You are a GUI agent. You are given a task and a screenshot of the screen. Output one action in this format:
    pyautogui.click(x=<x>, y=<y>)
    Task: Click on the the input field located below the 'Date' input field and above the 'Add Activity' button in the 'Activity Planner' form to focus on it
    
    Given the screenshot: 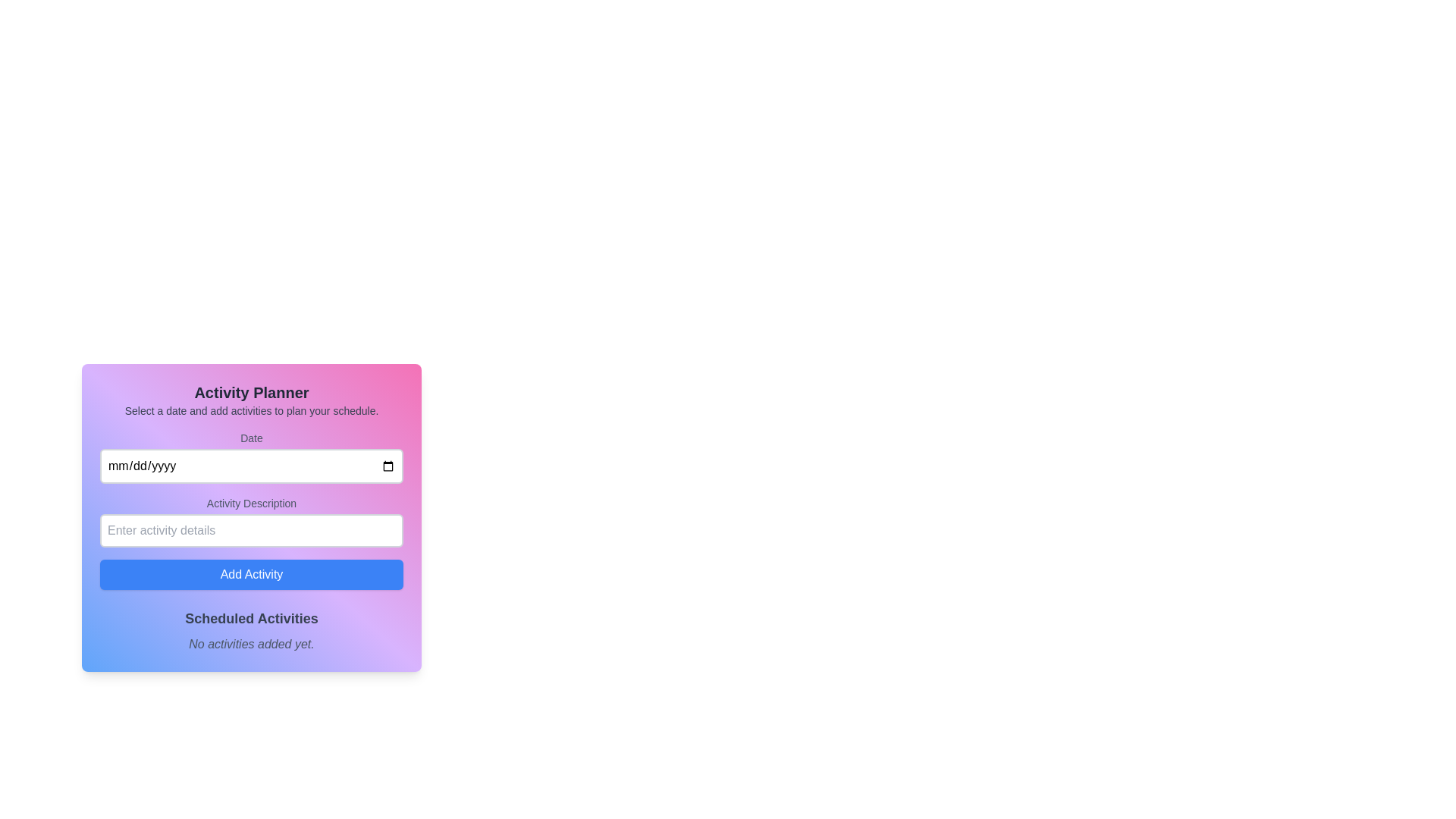 What is the action you would take?
    pyautogui.click(x=251, y=520)
    